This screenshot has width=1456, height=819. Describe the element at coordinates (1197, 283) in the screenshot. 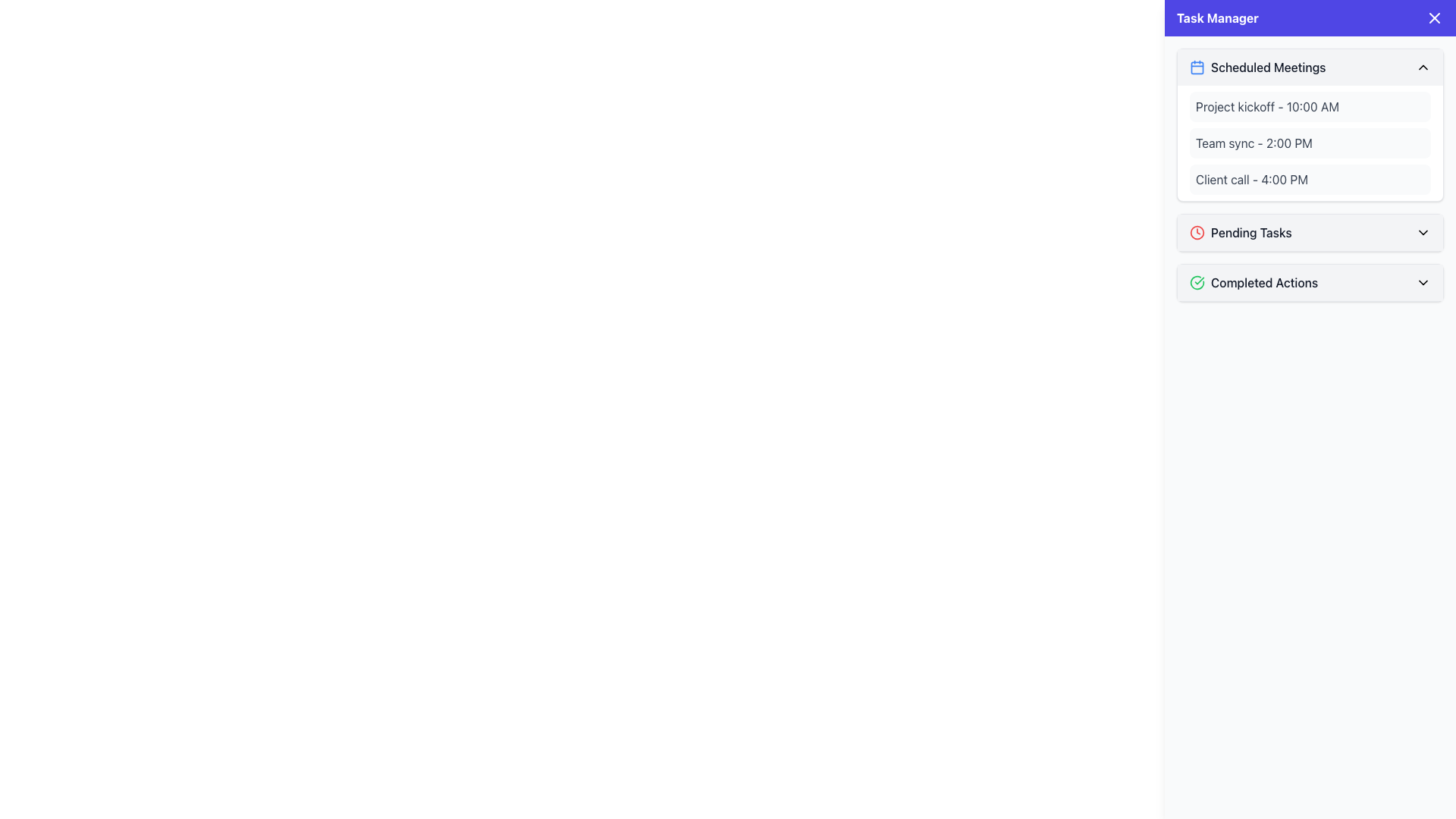

I see `the icon indicating completed tasks in the 'Completed Actions' section of the task manager interface` at that location.